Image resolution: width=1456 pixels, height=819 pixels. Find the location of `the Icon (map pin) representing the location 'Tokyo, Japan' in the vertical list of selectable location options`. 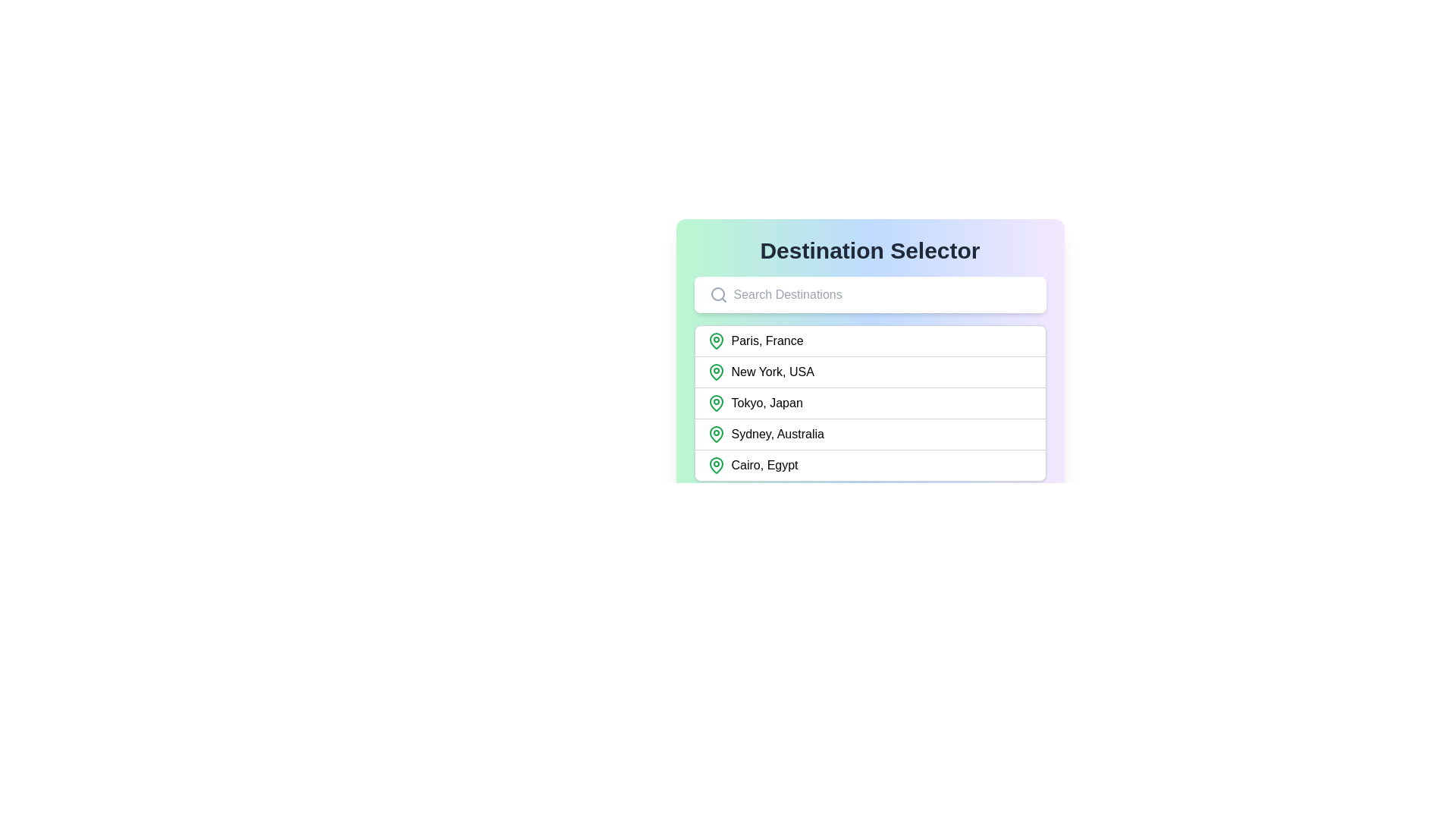

the Icon (map pin) representing the location 'Tokyo, Japan' in the vertical list of selectable location options is located at coordinates (715, 403).